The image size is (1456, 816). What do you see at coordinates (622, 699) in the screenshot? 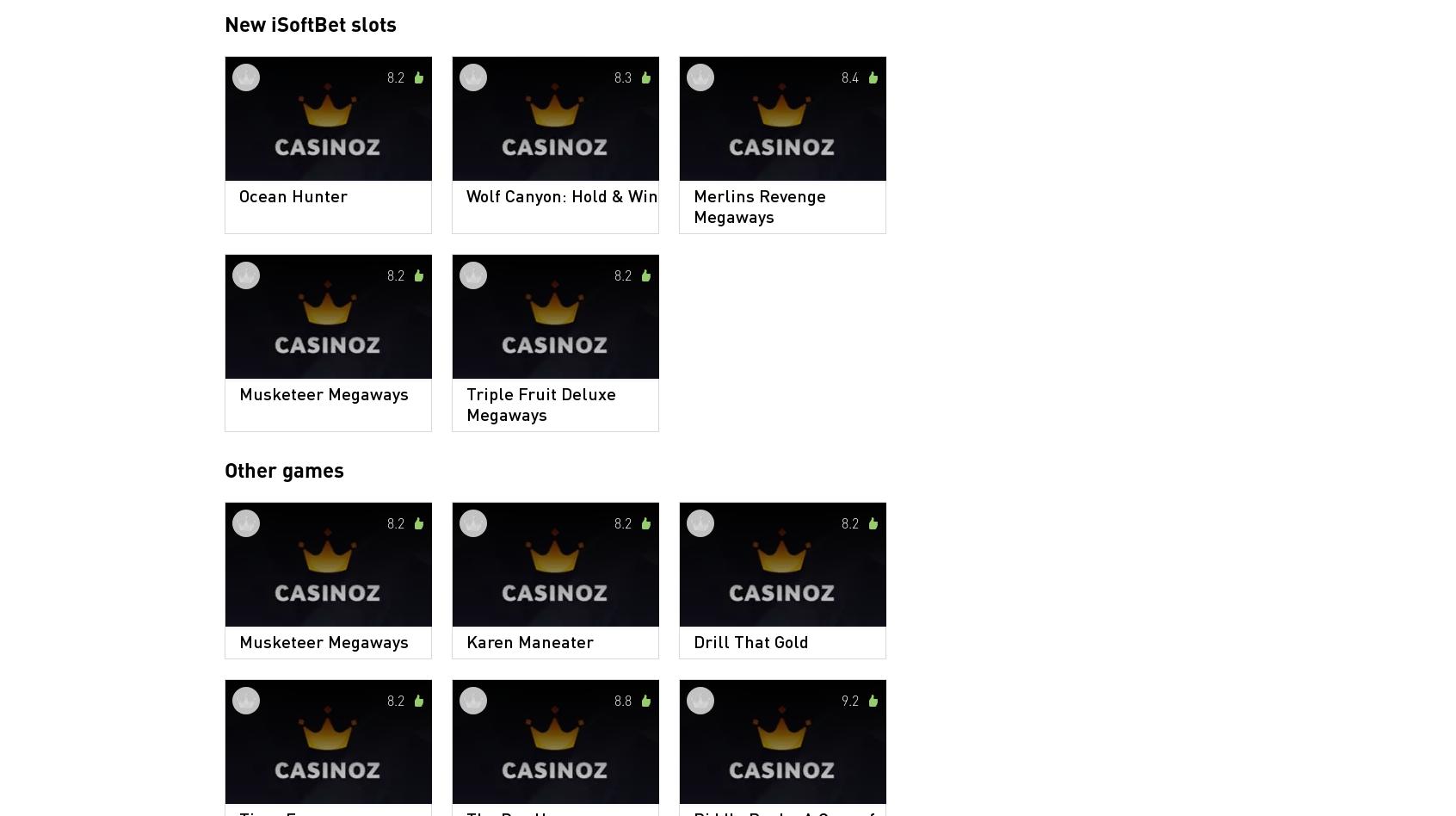
I see `'8.8'` at bounding box center [622, 699].